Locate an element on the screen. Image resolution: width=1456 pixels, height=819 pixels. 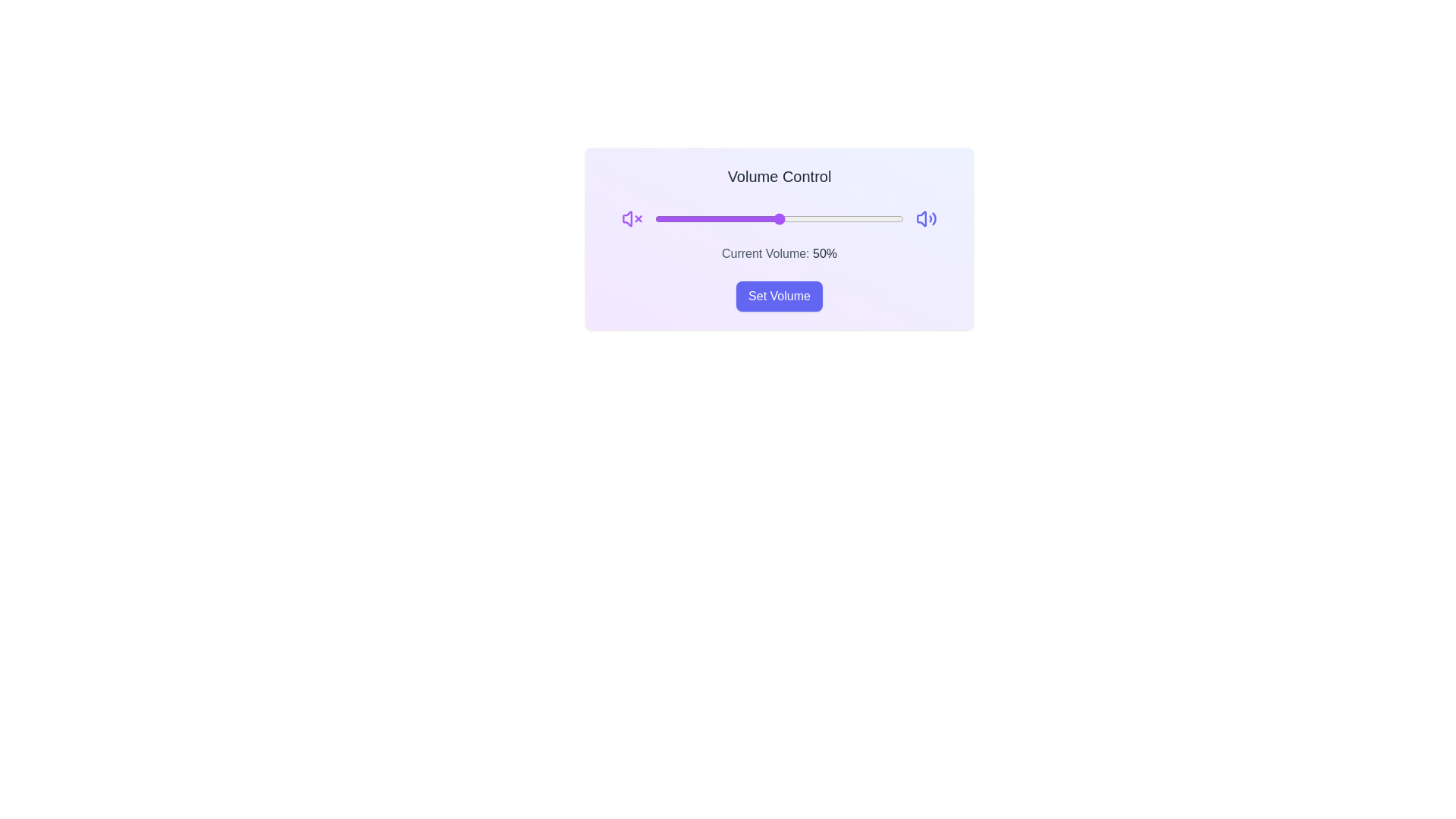
the volume slider to set the volume to 87% is located at coordinates (871, 219).